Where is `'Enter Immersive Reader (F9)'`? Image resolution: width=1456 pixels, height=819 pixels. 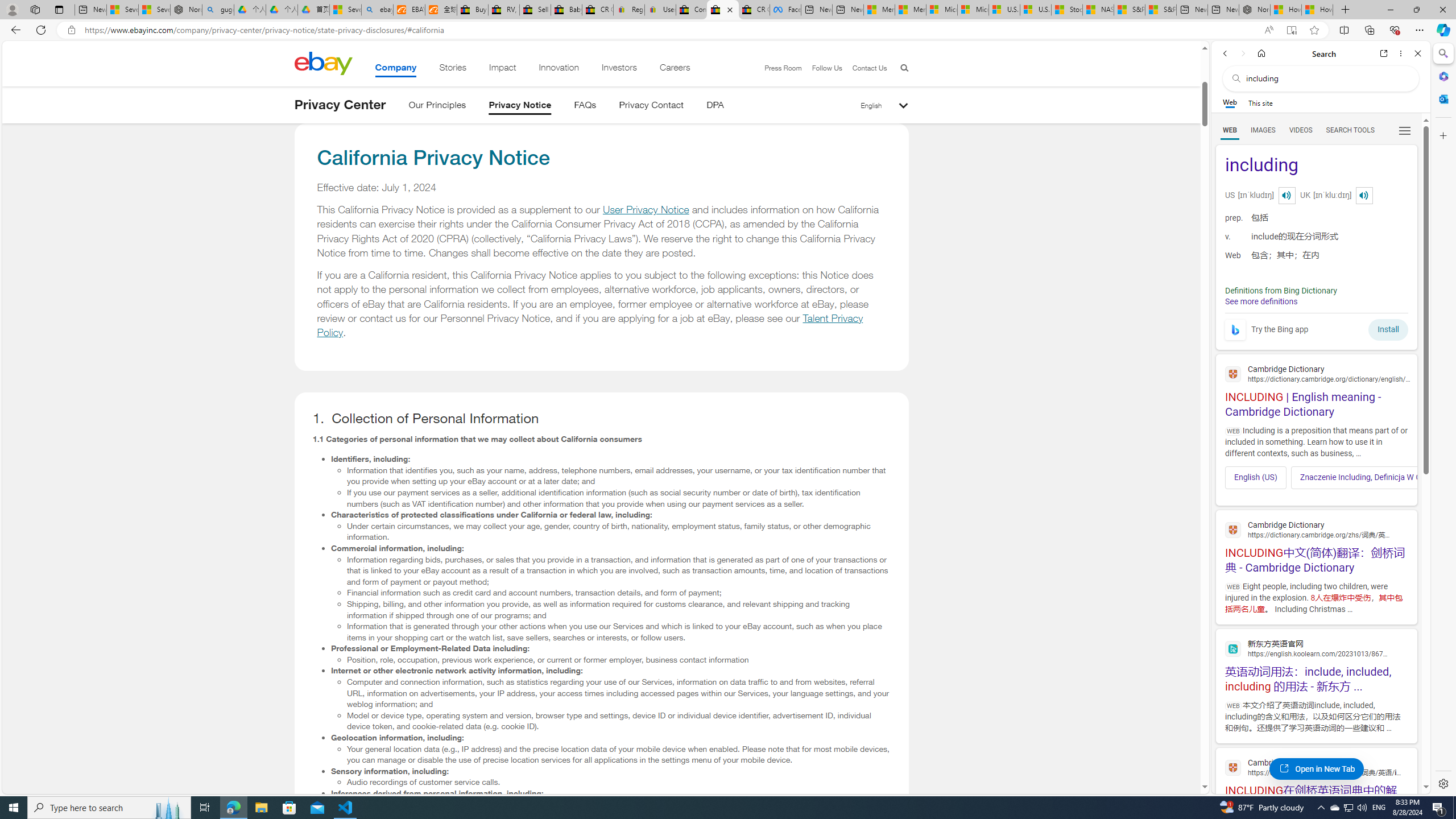 'Enter Immersive Reader (F9)' is located at coordinates (1291, 30).